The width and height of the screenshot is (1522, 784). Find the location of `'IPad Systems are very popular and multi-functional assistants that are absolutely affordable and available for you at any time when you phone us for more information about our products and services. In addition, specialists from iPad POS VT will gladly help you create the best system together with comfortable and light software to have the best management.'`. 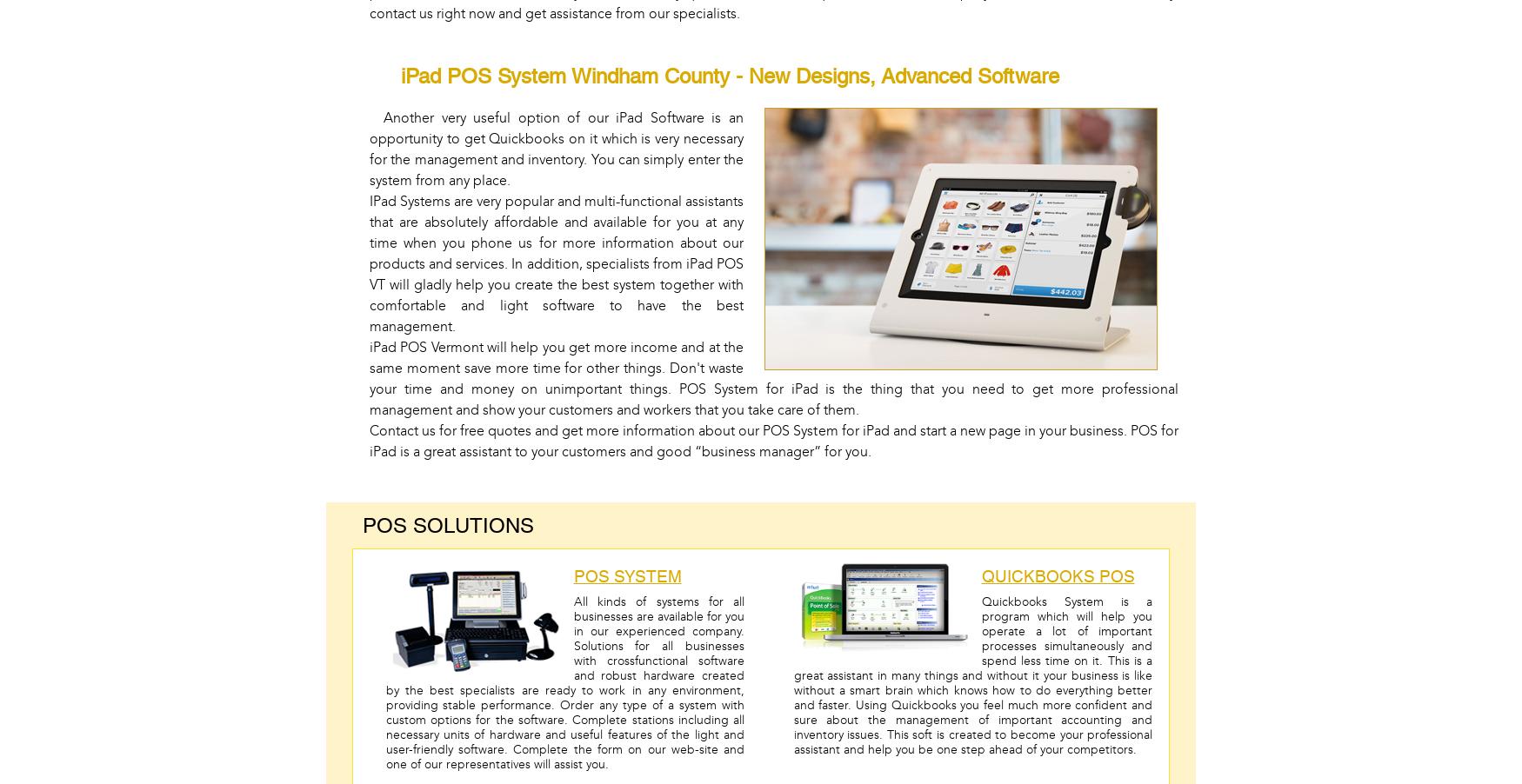

'IPad Systems are very popular and multi-functional assistants that are absolutely affordable and available for you at any time when you phone us for more information about our products and services. In addition, specialists from iPad POS VT will gladly help you create the best system together with comfortable and light software to have the best management.' is located at coordinates (555, 262).